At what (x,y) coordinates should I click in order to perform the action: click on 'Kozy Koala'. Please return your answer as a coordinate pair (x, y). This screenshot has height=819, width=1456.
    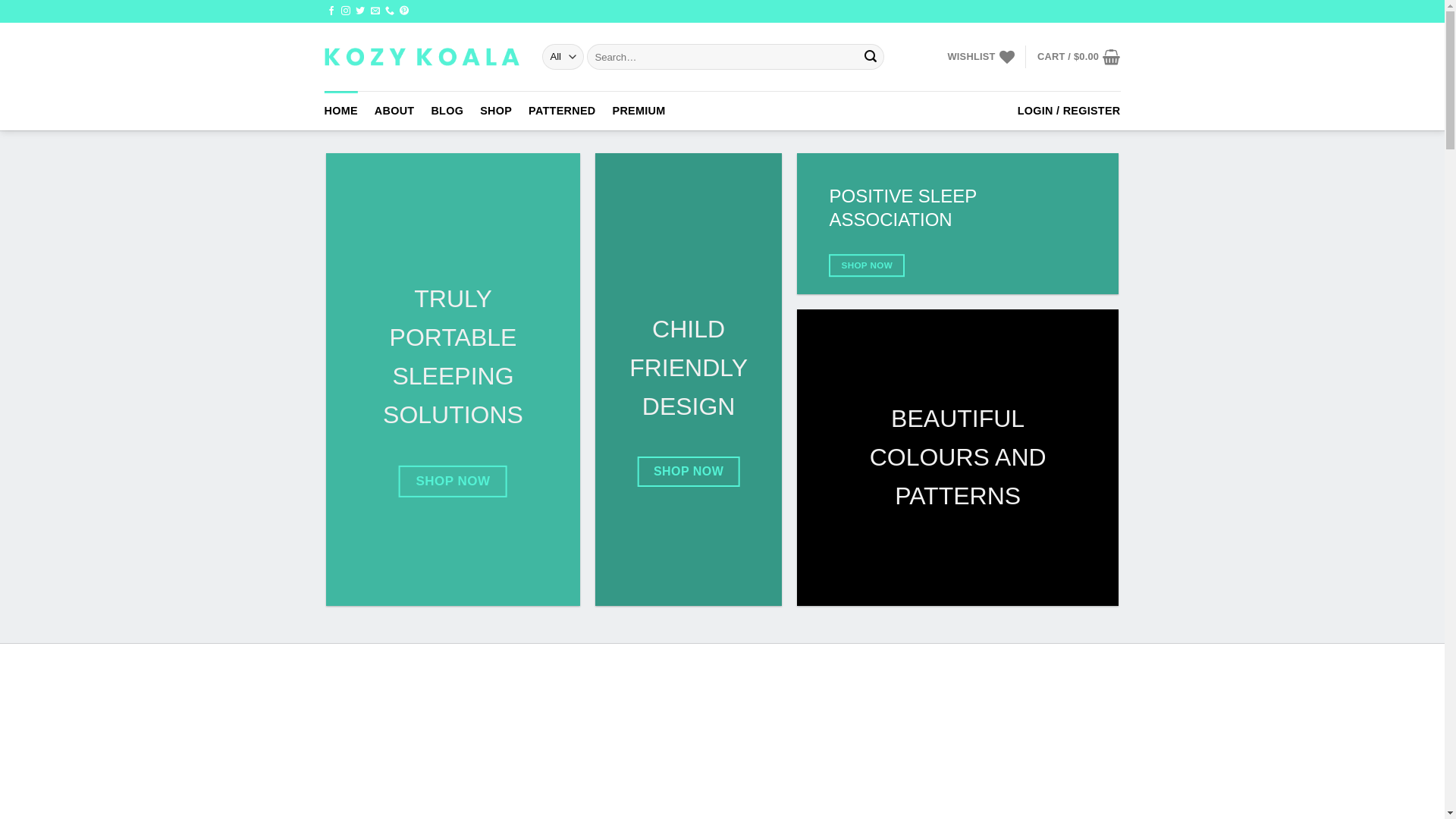
    Looking at the image, I should click on (422, 55).